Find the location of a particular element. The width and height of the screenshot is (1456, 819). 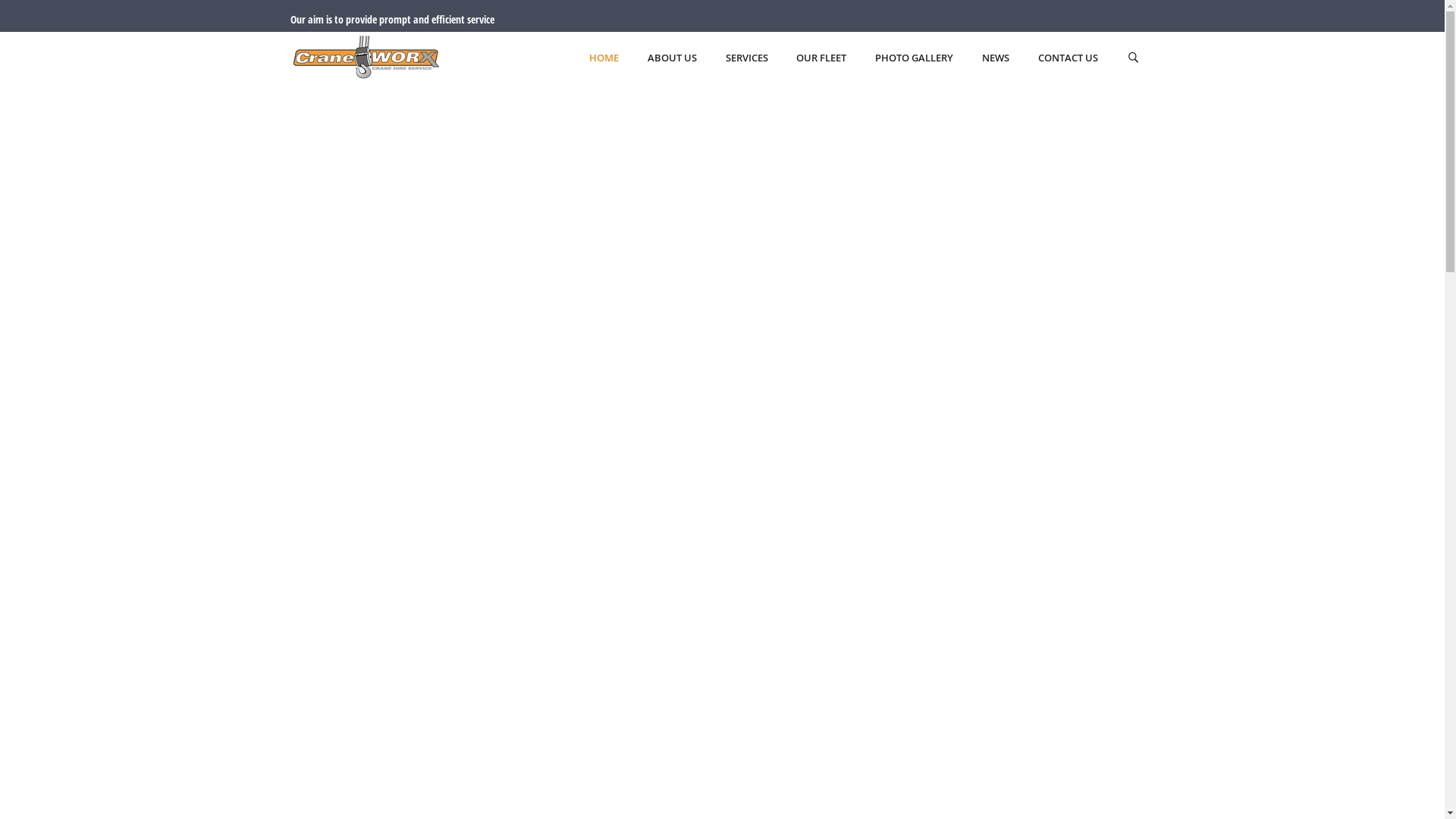

'PHOTO GALLERY' is located at coordinates (860, 58).